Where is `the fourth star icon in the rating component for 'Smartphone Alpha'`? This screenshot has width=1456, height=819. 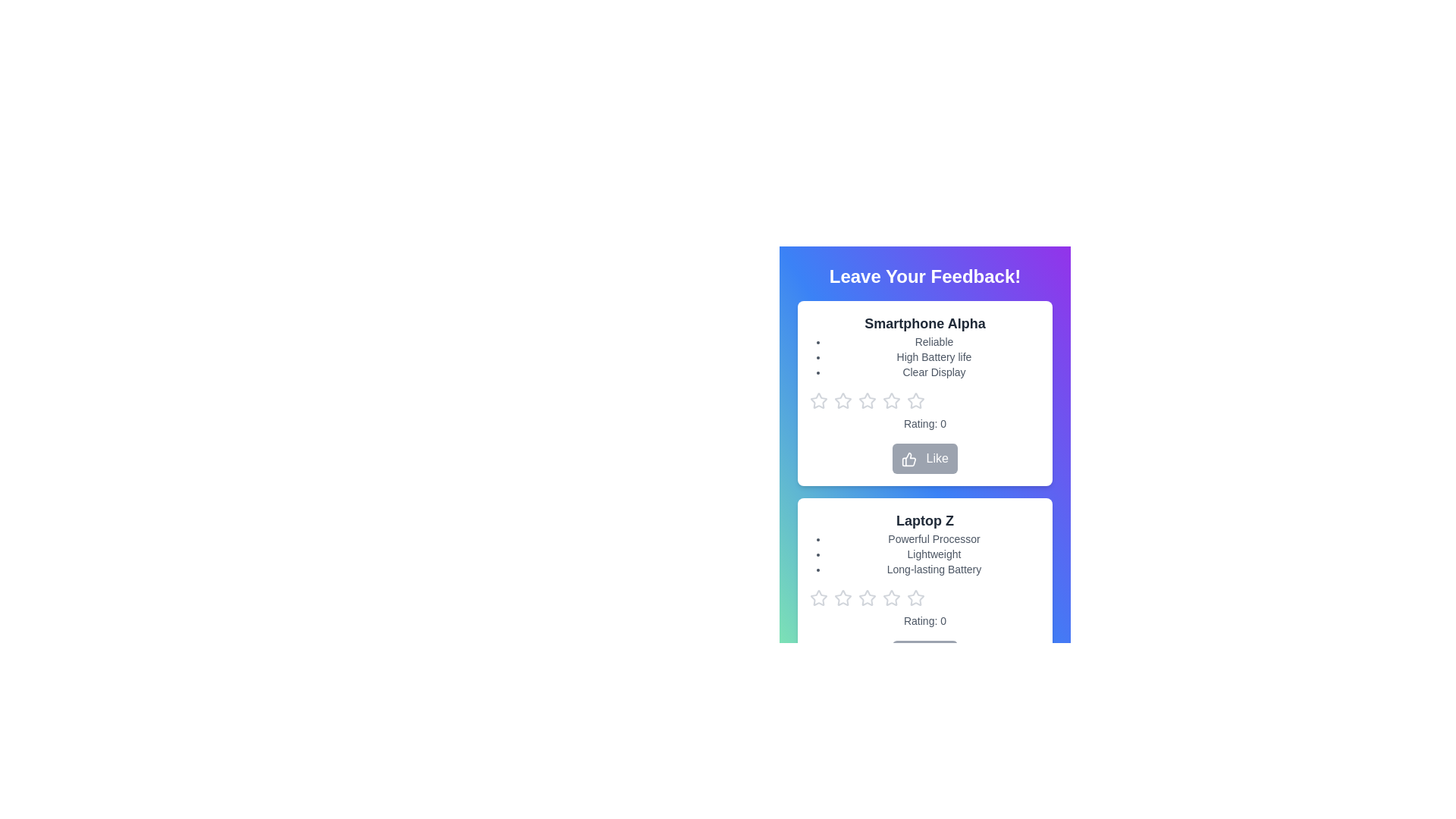 the fourth star icon in the rating component for 'Smartphone Alpha' is located at coordinates (915, 400).